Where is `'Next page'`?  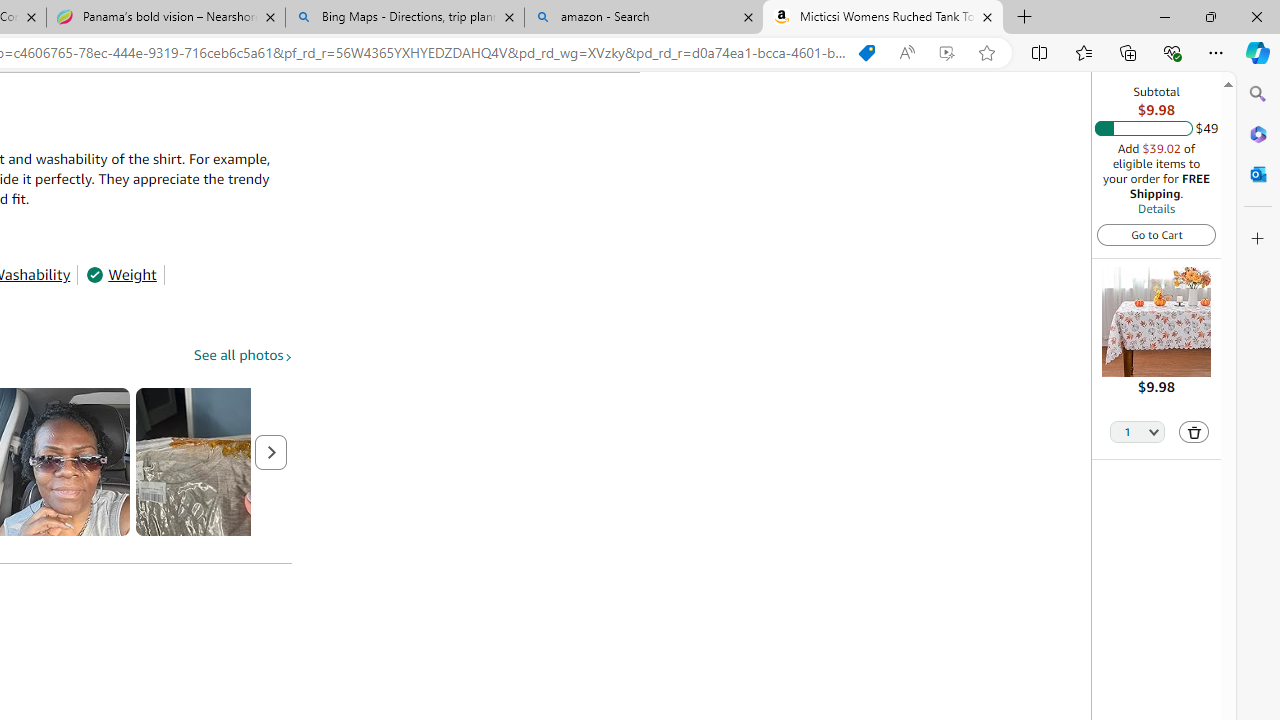
'Next page' is located at coordinates (270, 452).